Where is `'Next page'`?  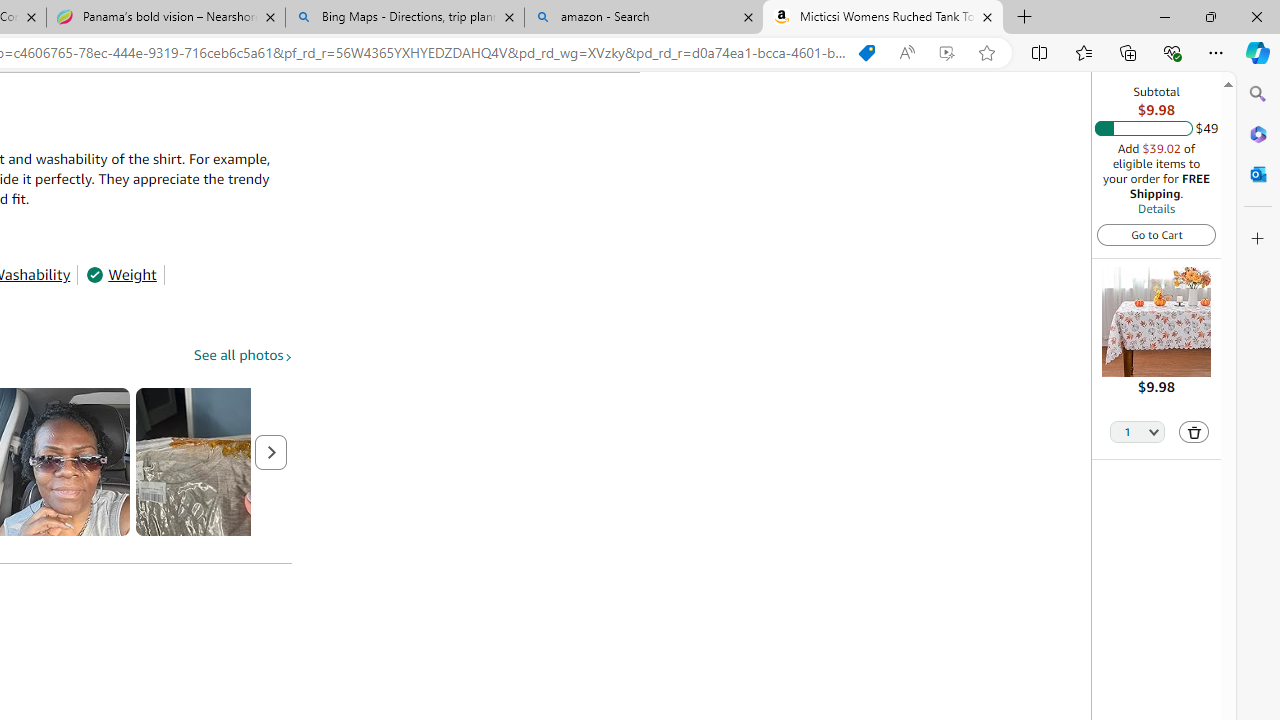
'Next page' is located at coordinates (270, 452).